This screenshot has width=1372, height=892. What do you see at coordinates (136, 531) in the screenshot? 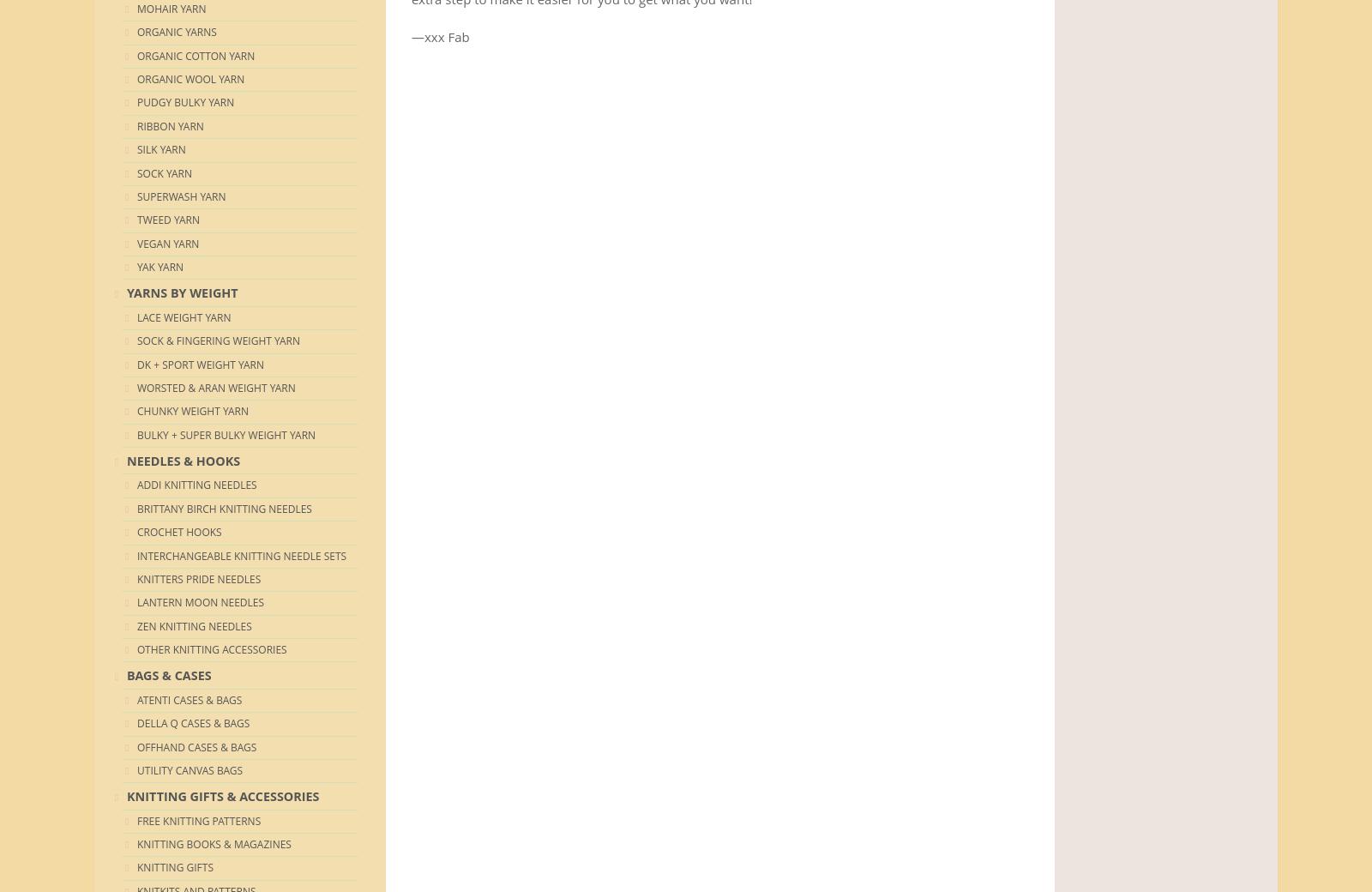
I see `'Crochet Hooks'` at bounding box center [136, 531].